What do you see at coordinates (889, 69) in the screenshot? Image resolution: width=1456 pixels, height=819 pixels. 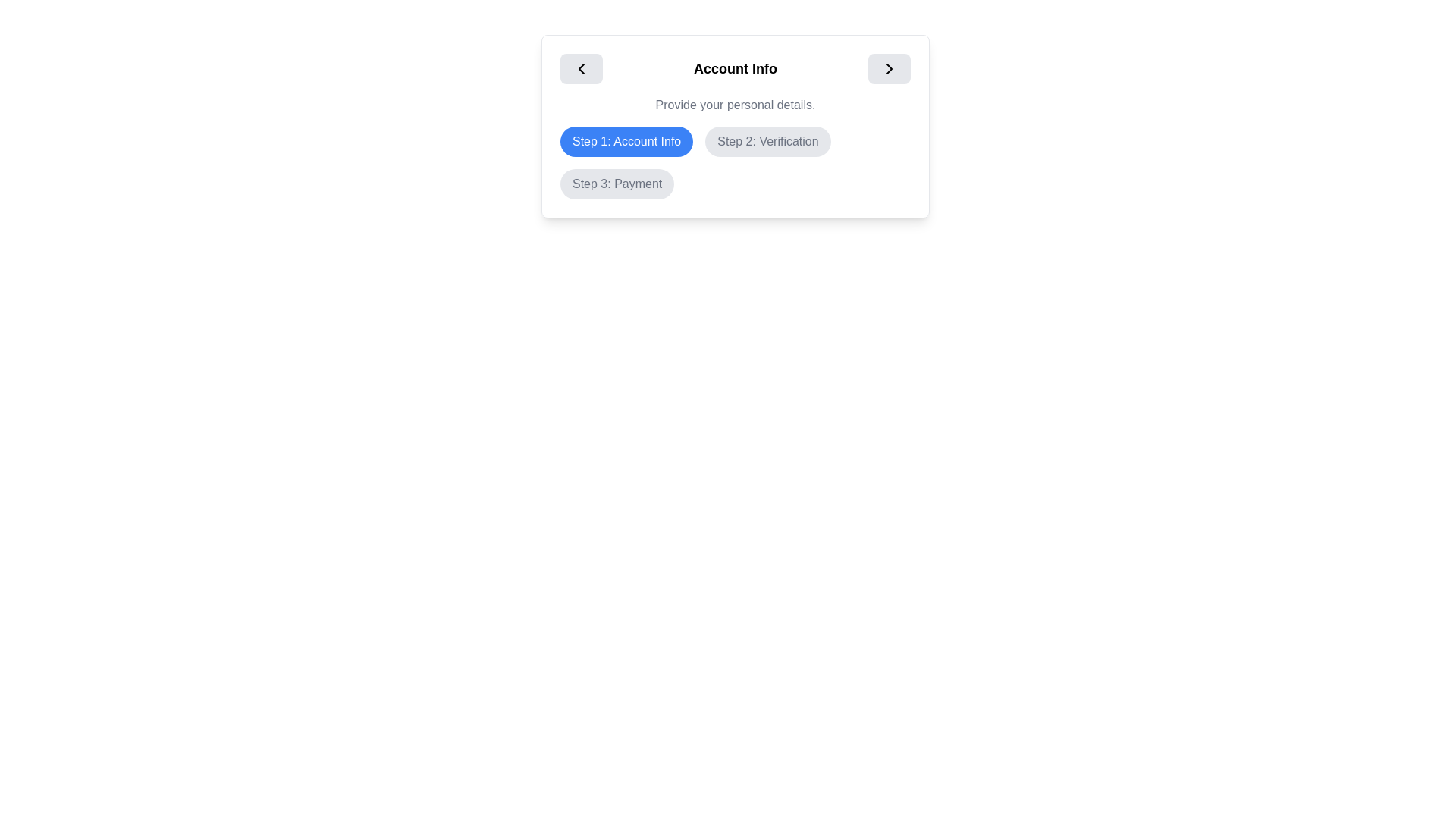 I see `the rectangular button with a light gray background and rounded corners, featuring a right-facing chevron icon, positioned in the header bar labeled 'Account Info'` at bounding box center [889, 69].